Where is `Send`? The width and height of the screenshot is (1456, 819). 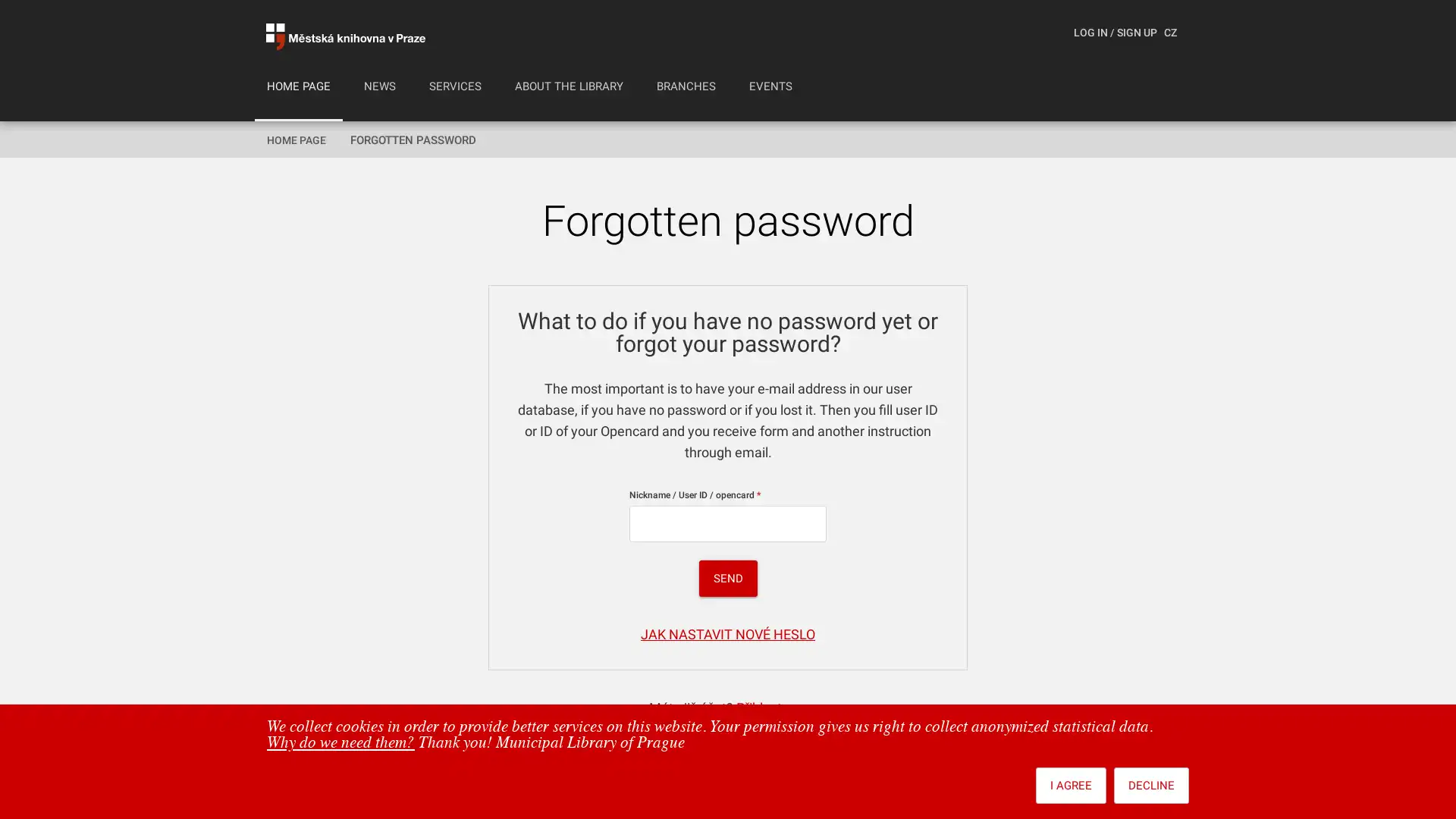
Send is located at coordinates (726, 579).